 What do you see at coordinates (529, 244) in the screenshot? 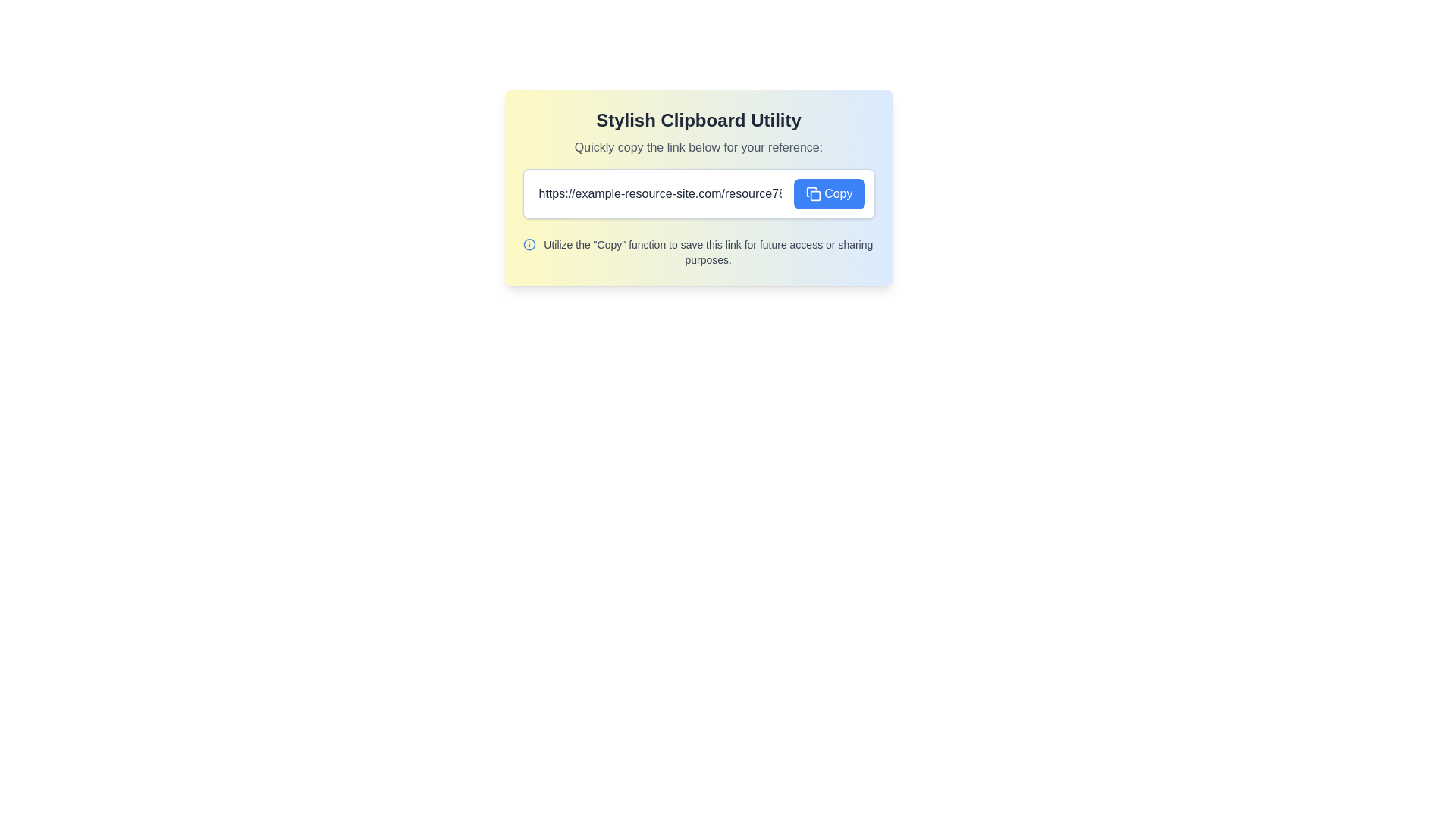
I see `the informational icon located to the left of the text block that reads 'Utilize the "Copy" function` at bounding box center [529, 244].